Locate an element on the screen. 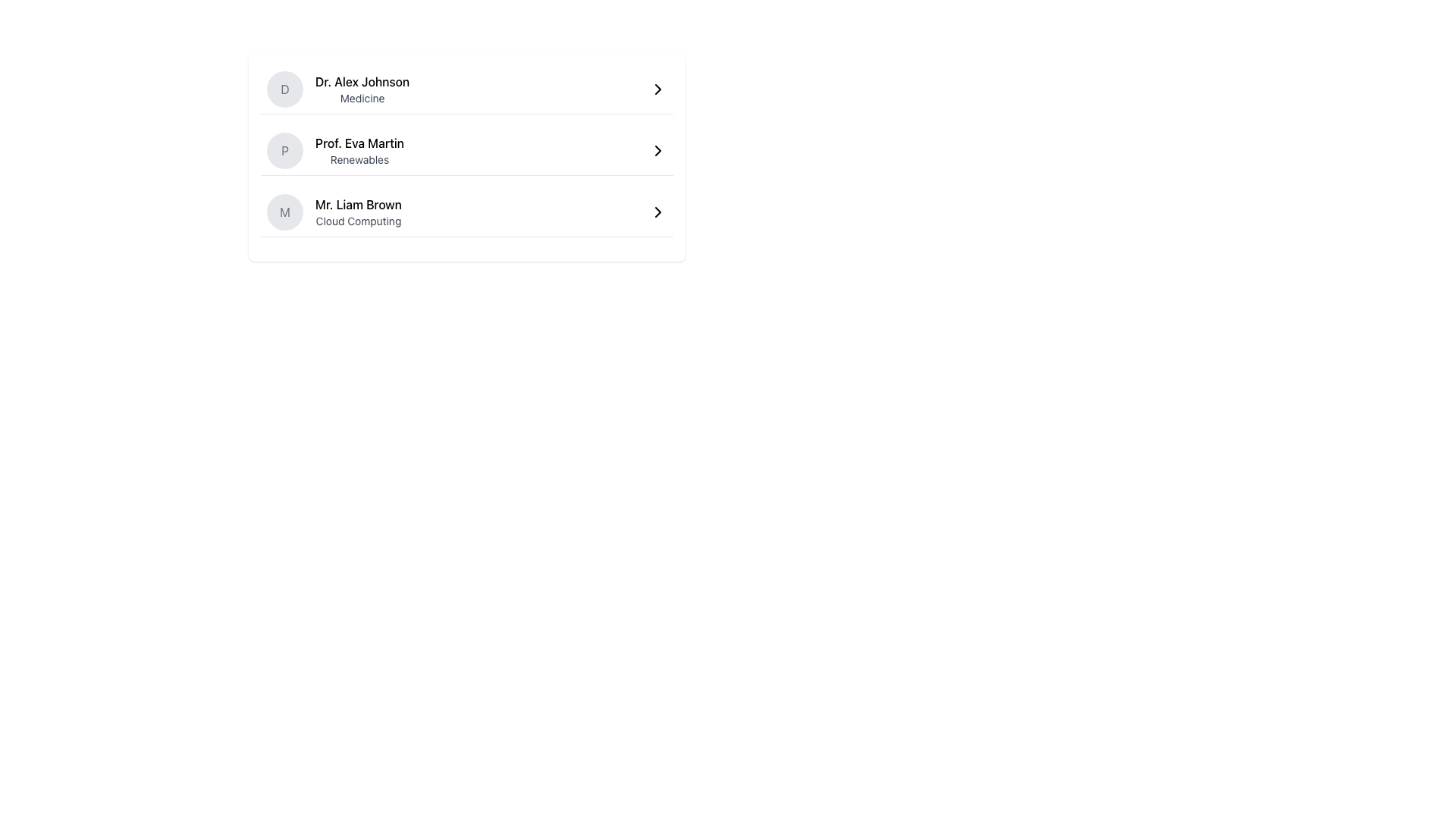  the Chevron symbol located to the far right of the 'Prof. Eva Martin' label is located at coordinates (658, 151).